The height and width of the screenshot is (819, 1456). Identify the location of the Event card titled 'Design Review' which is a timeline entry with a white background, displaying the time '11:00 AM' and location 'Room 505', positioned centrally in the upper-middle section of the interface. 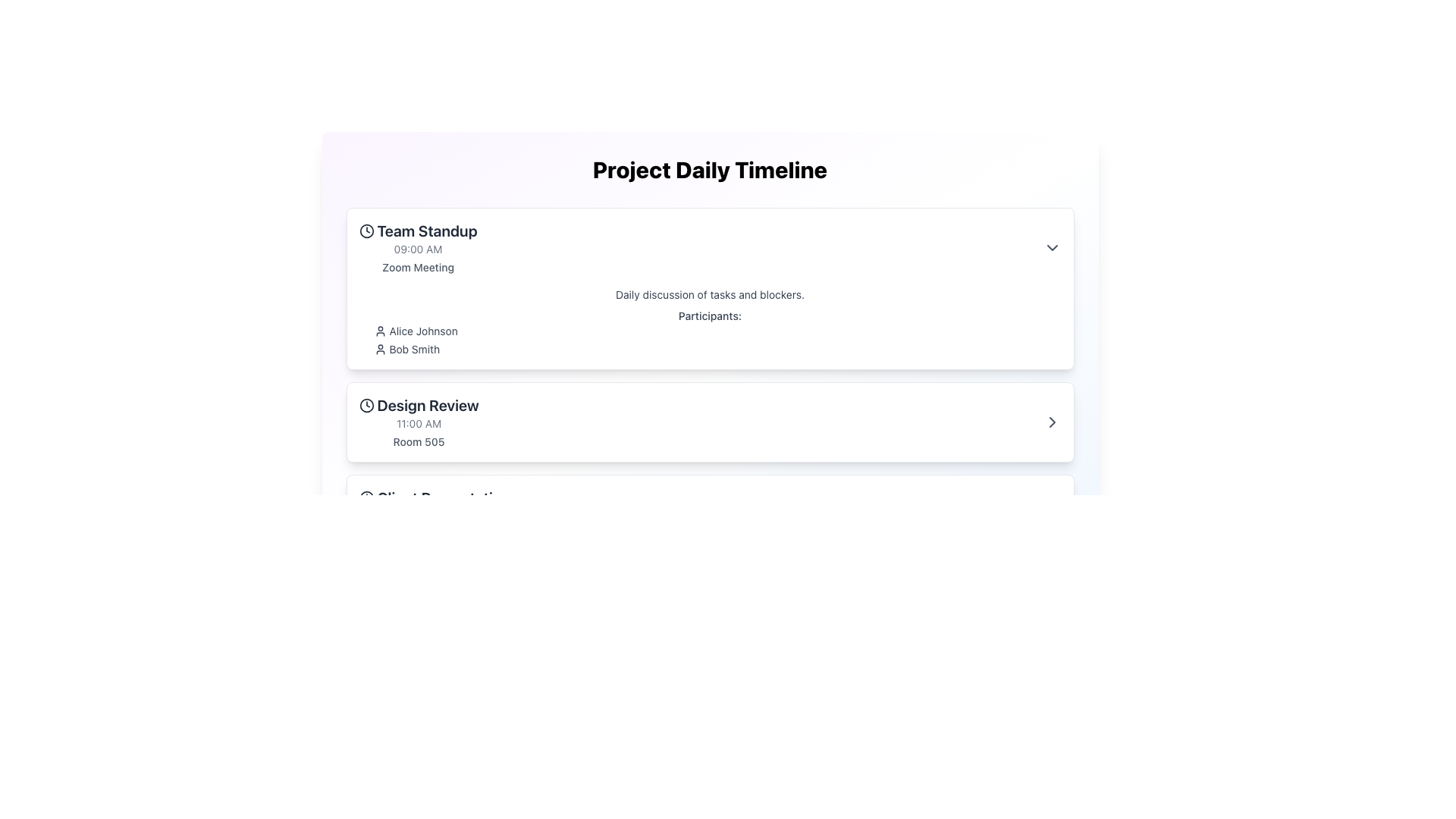
(709, 422).